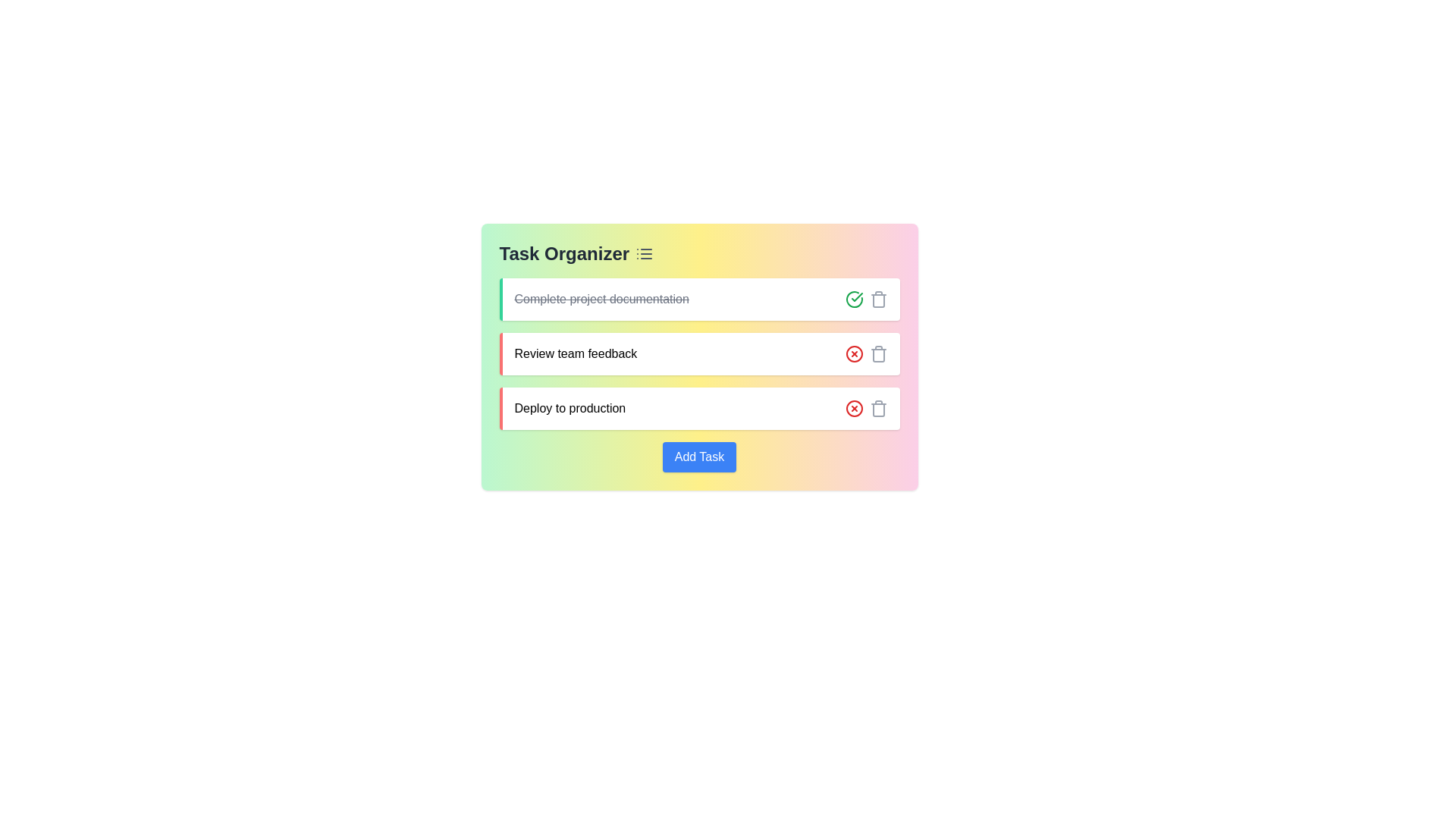  Describe the element at coordinates (854, 353) in the screenshot. I see `the cancel button located to the right of the text 'Review team feedback'` at that location.